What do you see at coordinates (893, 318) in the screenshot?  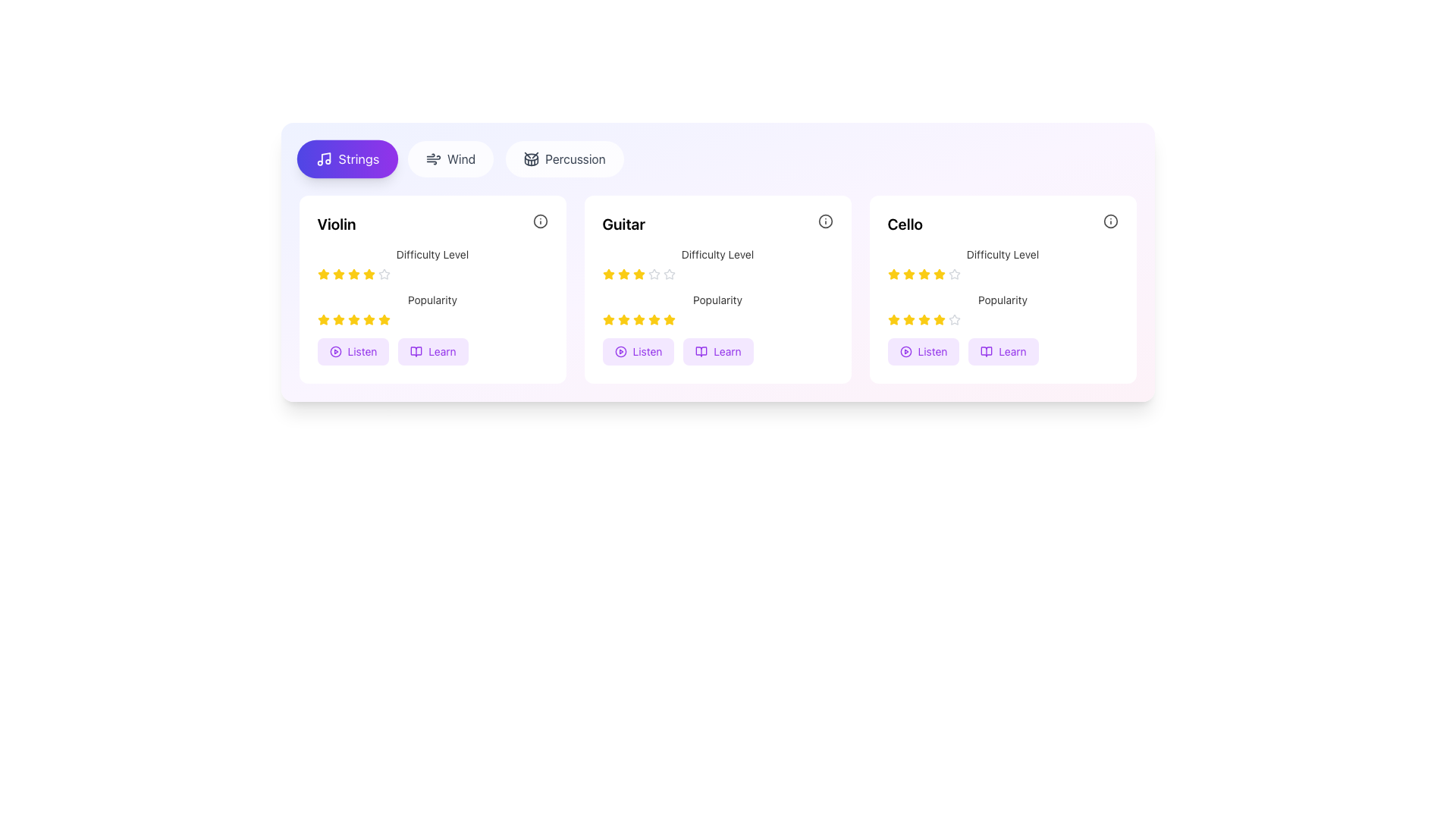 I see `the fourth star icon in the five-star rating row under the 'Popularity' label in the 'Cello' section to interact with the rating system` at bounding box center [893, 318].